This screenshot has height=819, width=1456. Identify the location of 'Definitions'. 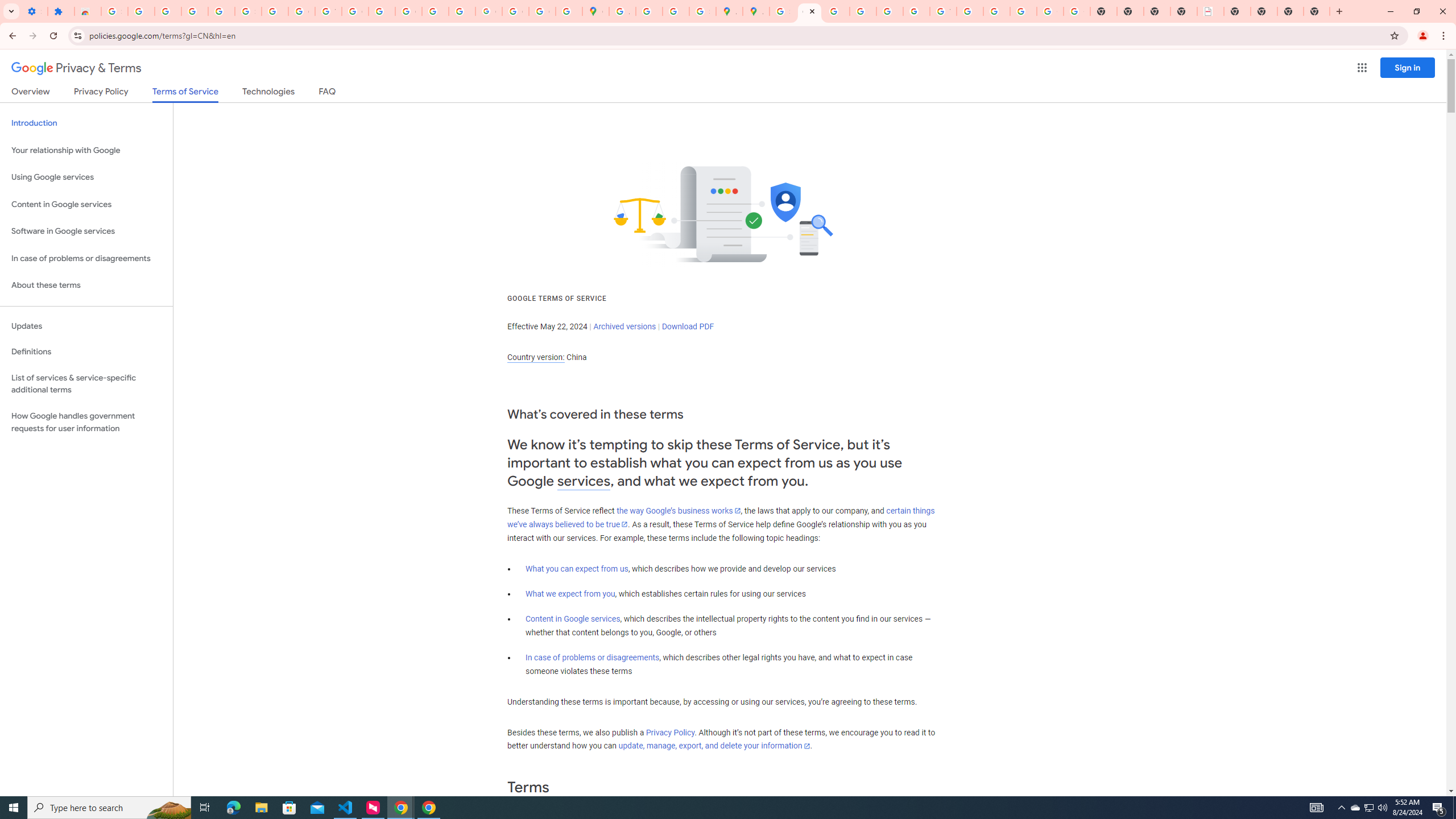
(86, 351).